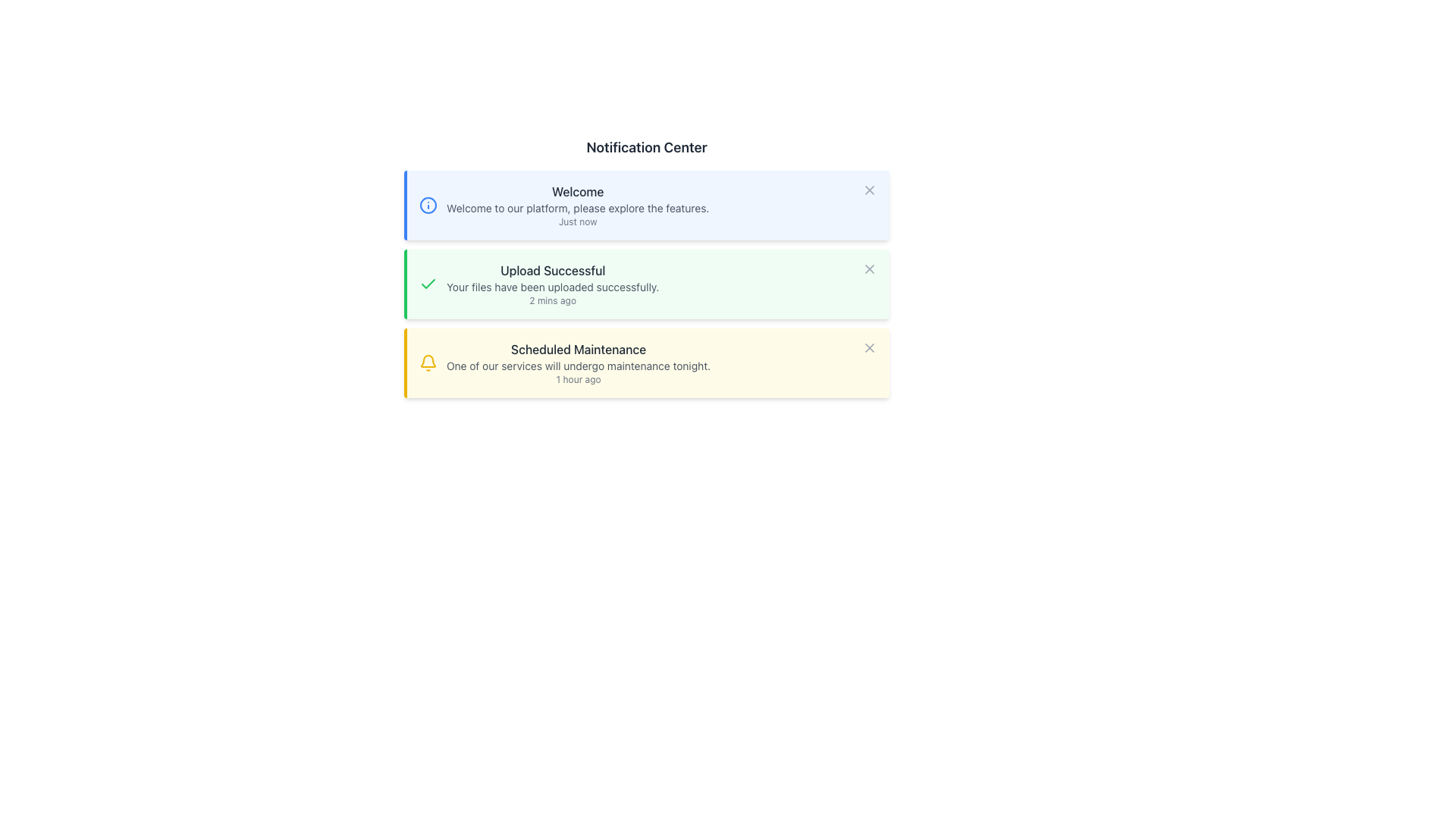 Image resolution: width=1456 pixels, height=819 pixels. I want to click on the text label displaying '2 mins ago' which is located in the green notification box titled 'Upload Successful', so click(552, 301).